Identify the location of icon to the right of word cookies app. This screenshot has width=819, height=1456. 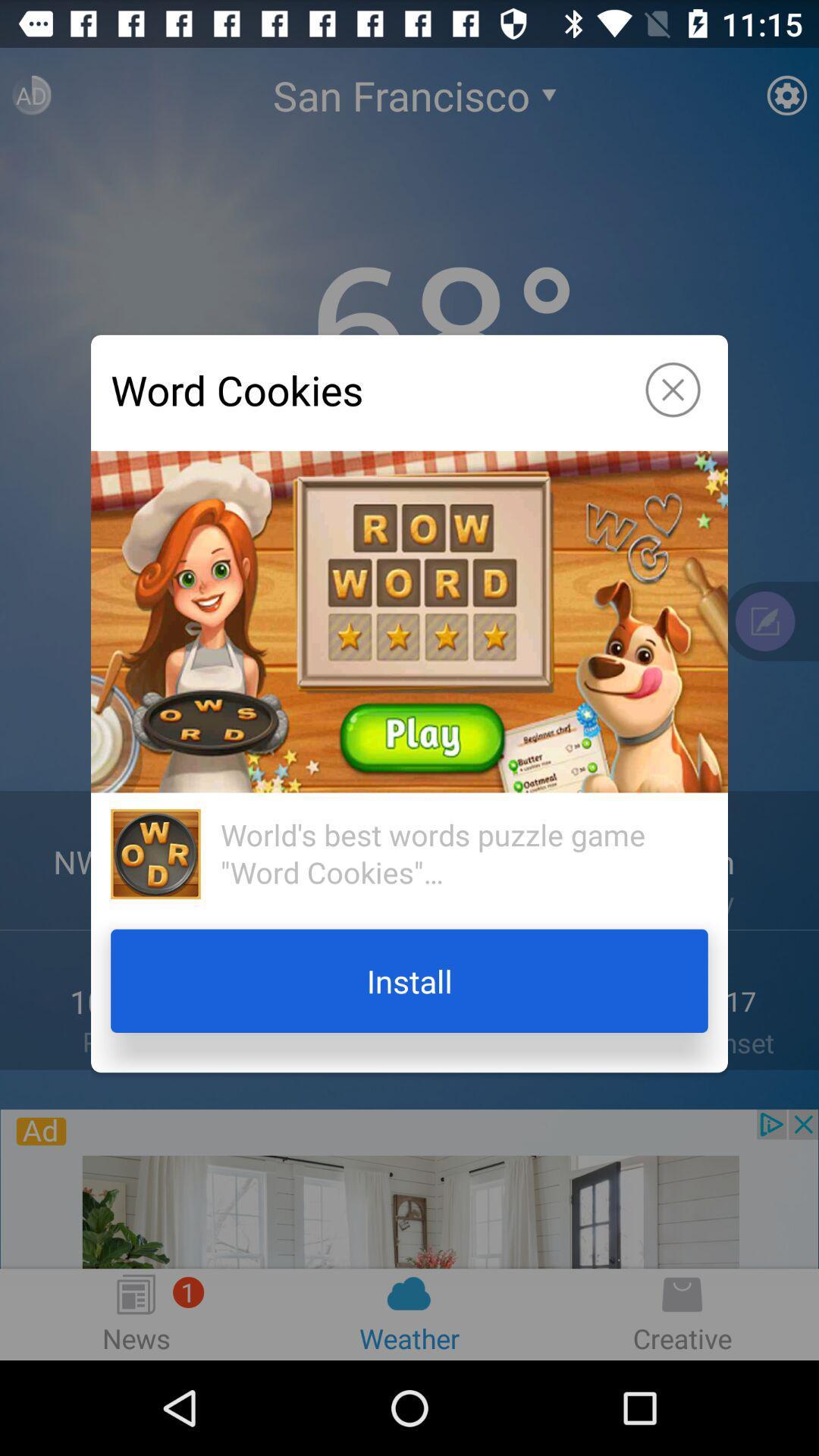
(672, 390).